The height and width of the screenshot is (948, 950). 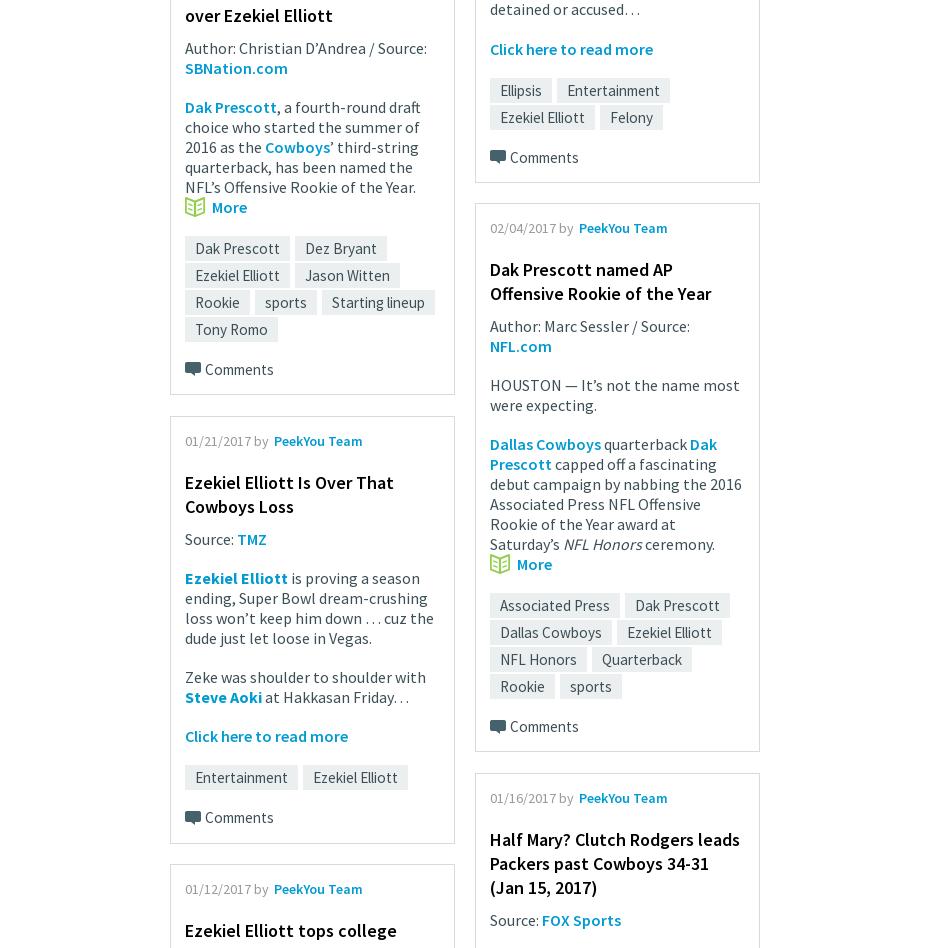 What do you see at coordinates (678, 543) in the screenshot?
I see `'ceremony.'` at bounding box center [678, 543].